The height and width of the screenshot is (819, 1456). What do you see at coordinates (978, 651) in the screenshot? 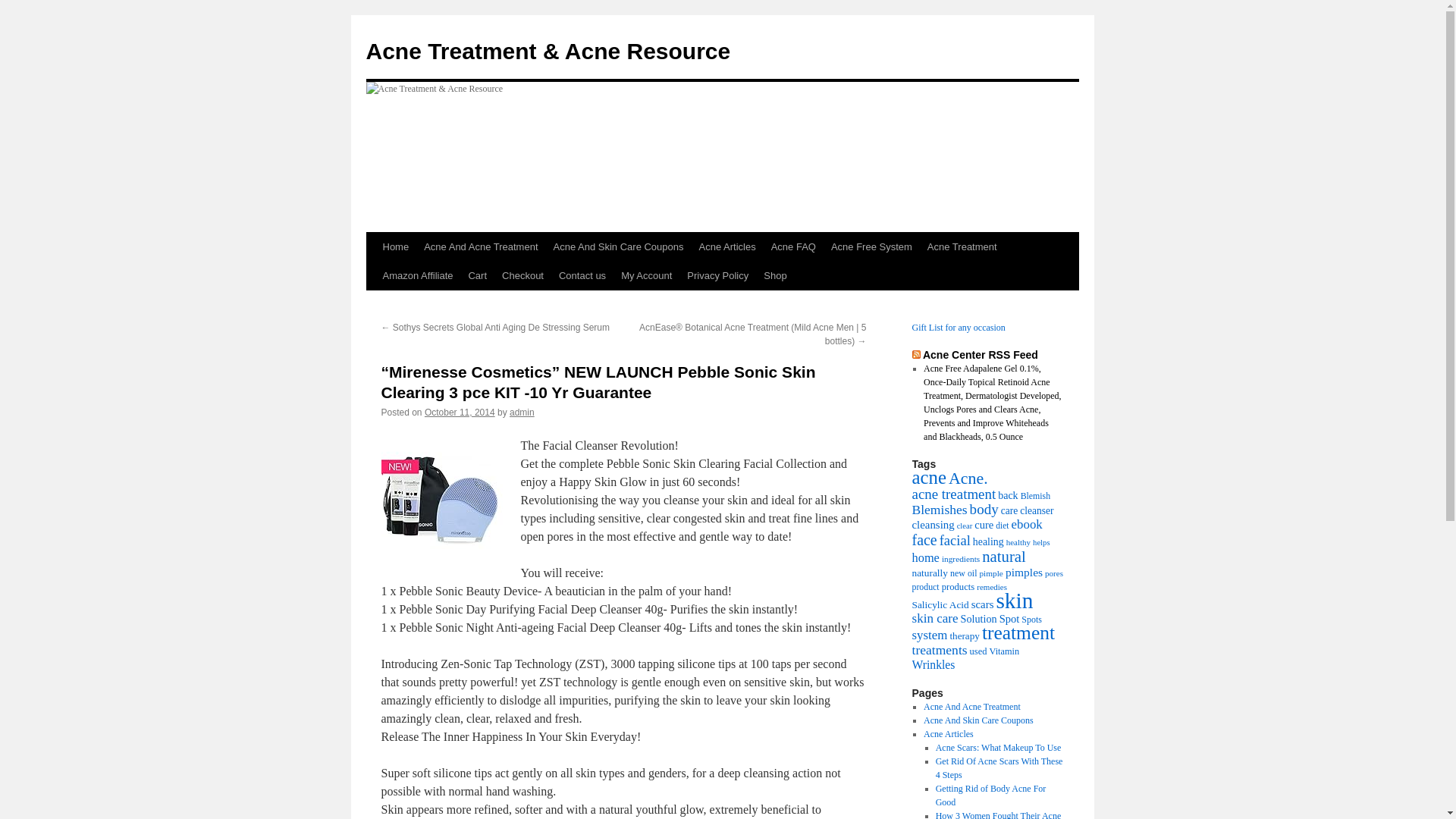
I see `'used'` at bounding box center [978, 651].